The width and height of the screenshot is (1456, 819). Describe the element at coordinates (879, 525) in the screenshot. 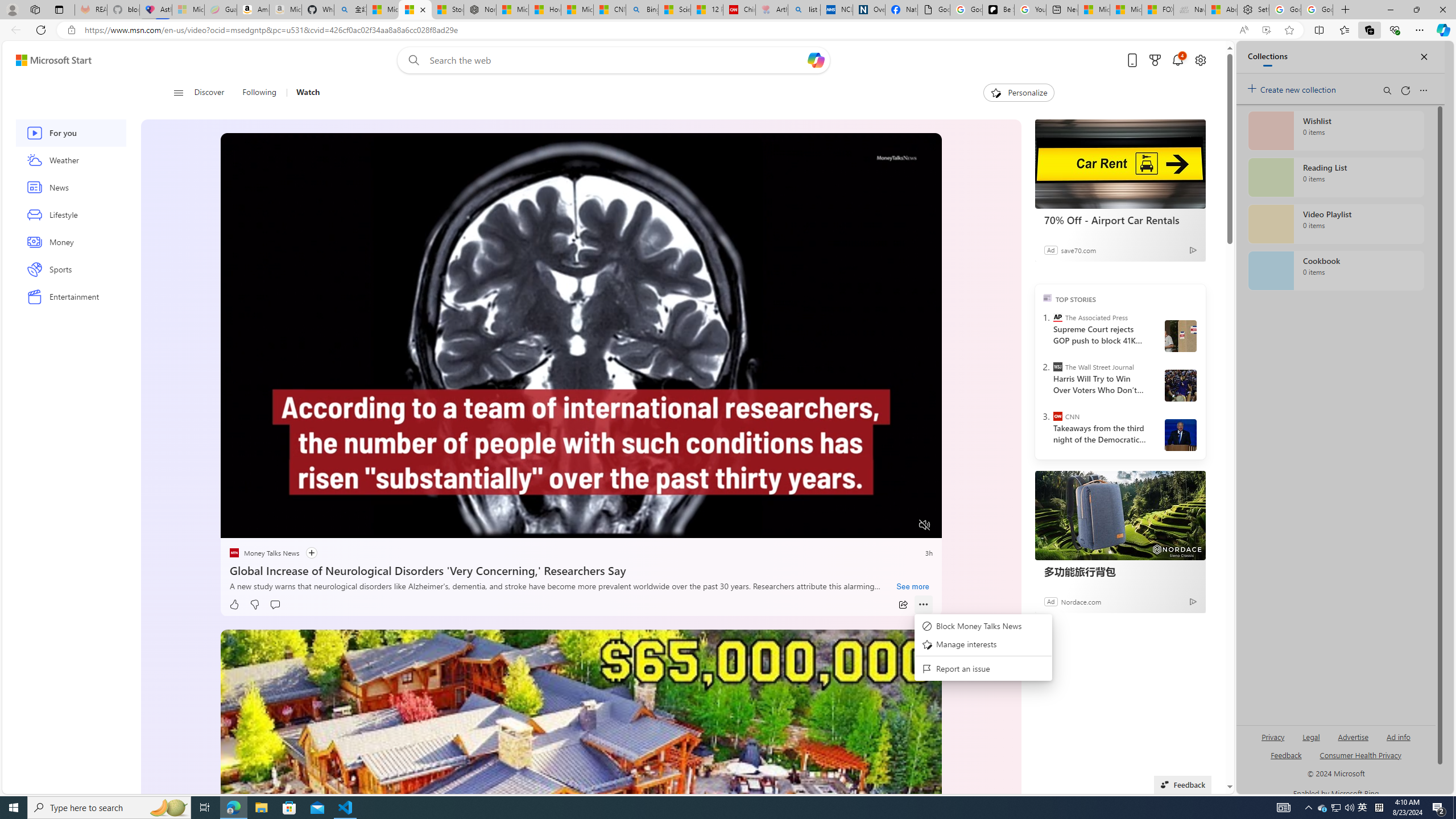

I see `'Captions'` at that location.